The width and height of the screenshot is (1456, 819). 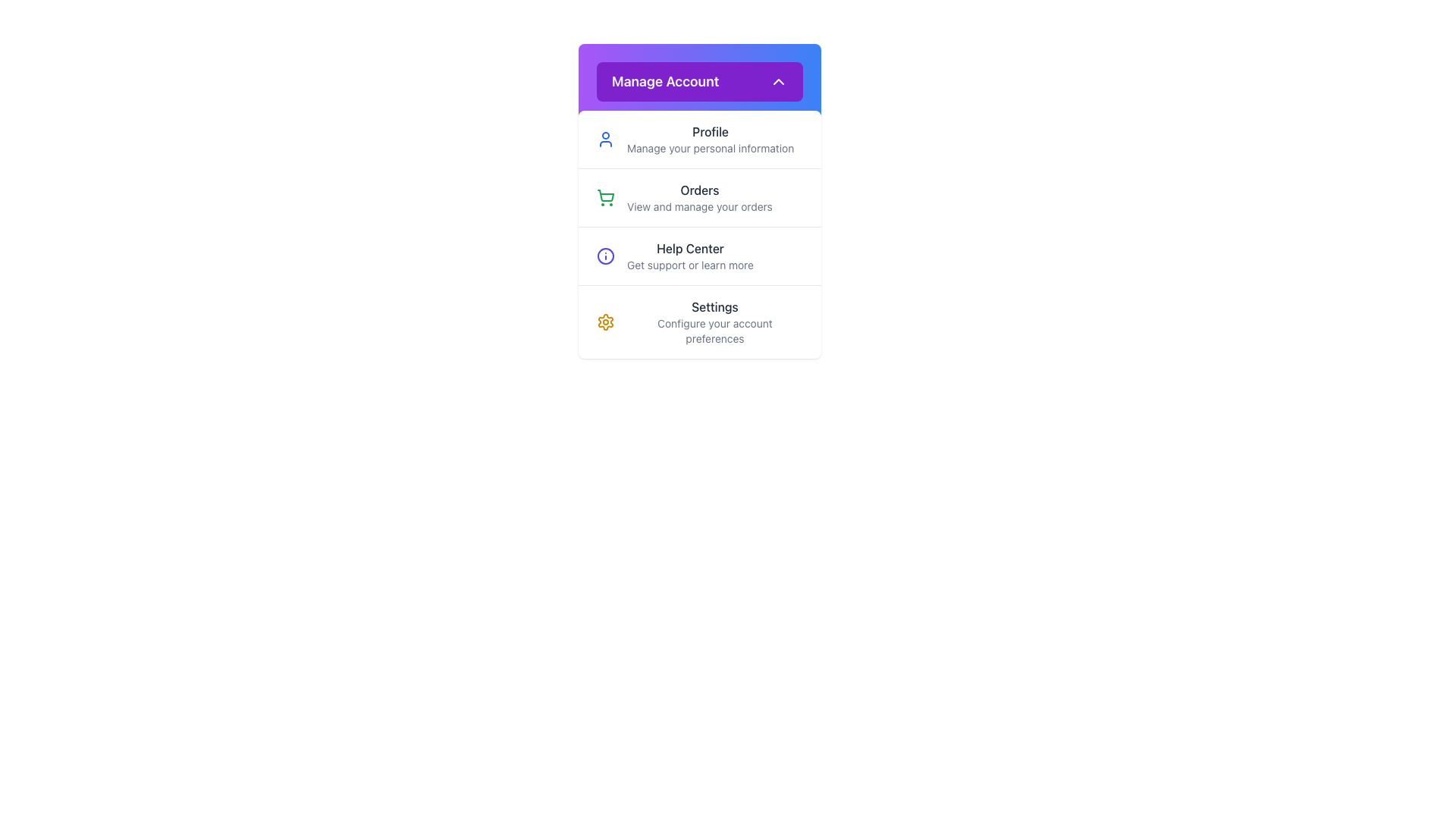 What do you see at coordinates (604, 197) in the screenshot?
I see `the 'Orders' option by clicking on the icon that visually represents it, located to the left of the text 'Orders'` at bounding box center [604, 197].